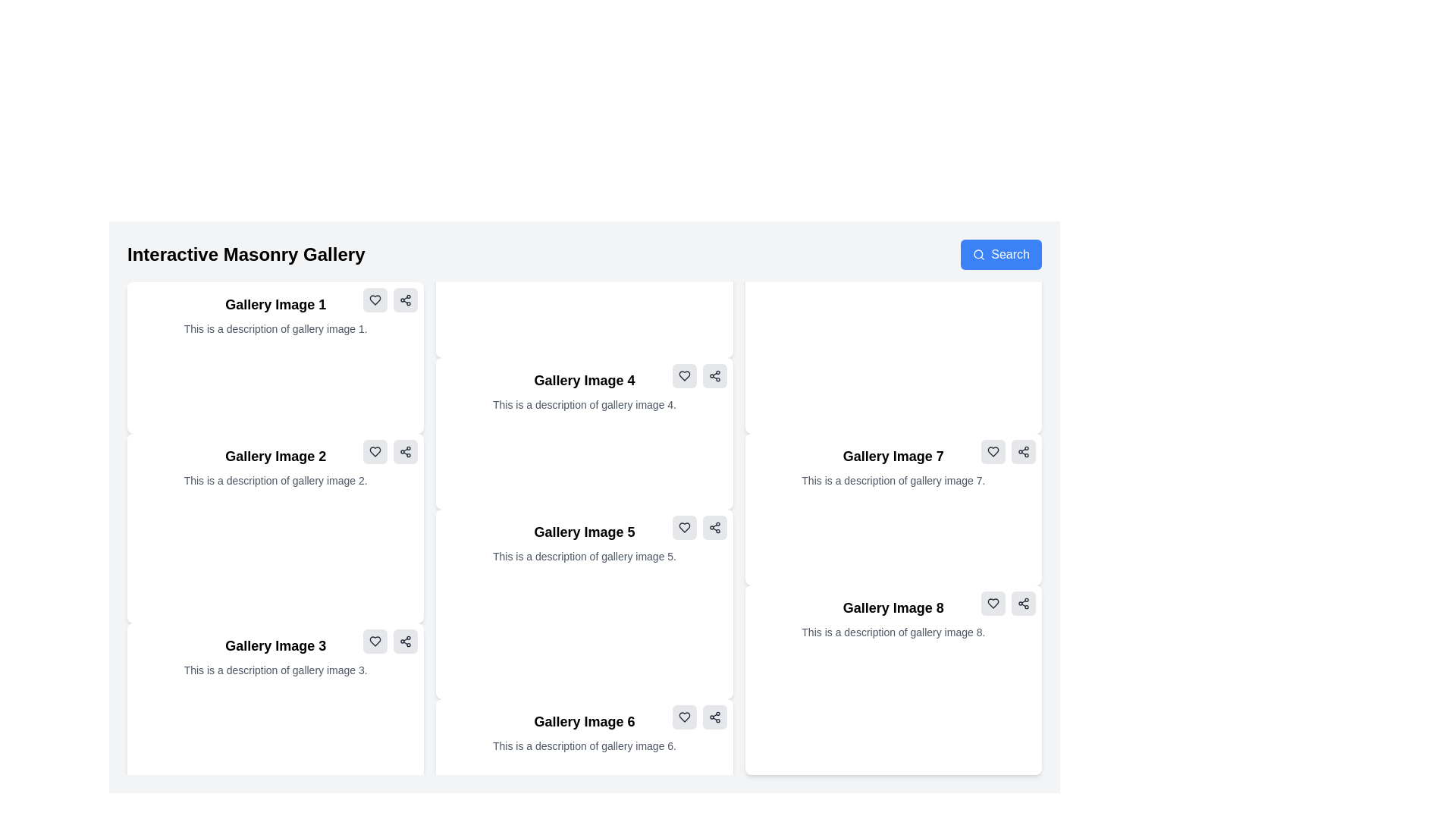 The height and width of the screenshot is (819, 1456). What do you see at coordinates (584, 556) in the screenshot?
I see `the static text label that provides additional context for 'Gallery Image 5', which is located directly below the title in the middle column of the second row of the grid layout` at bounding box center [584, 556].